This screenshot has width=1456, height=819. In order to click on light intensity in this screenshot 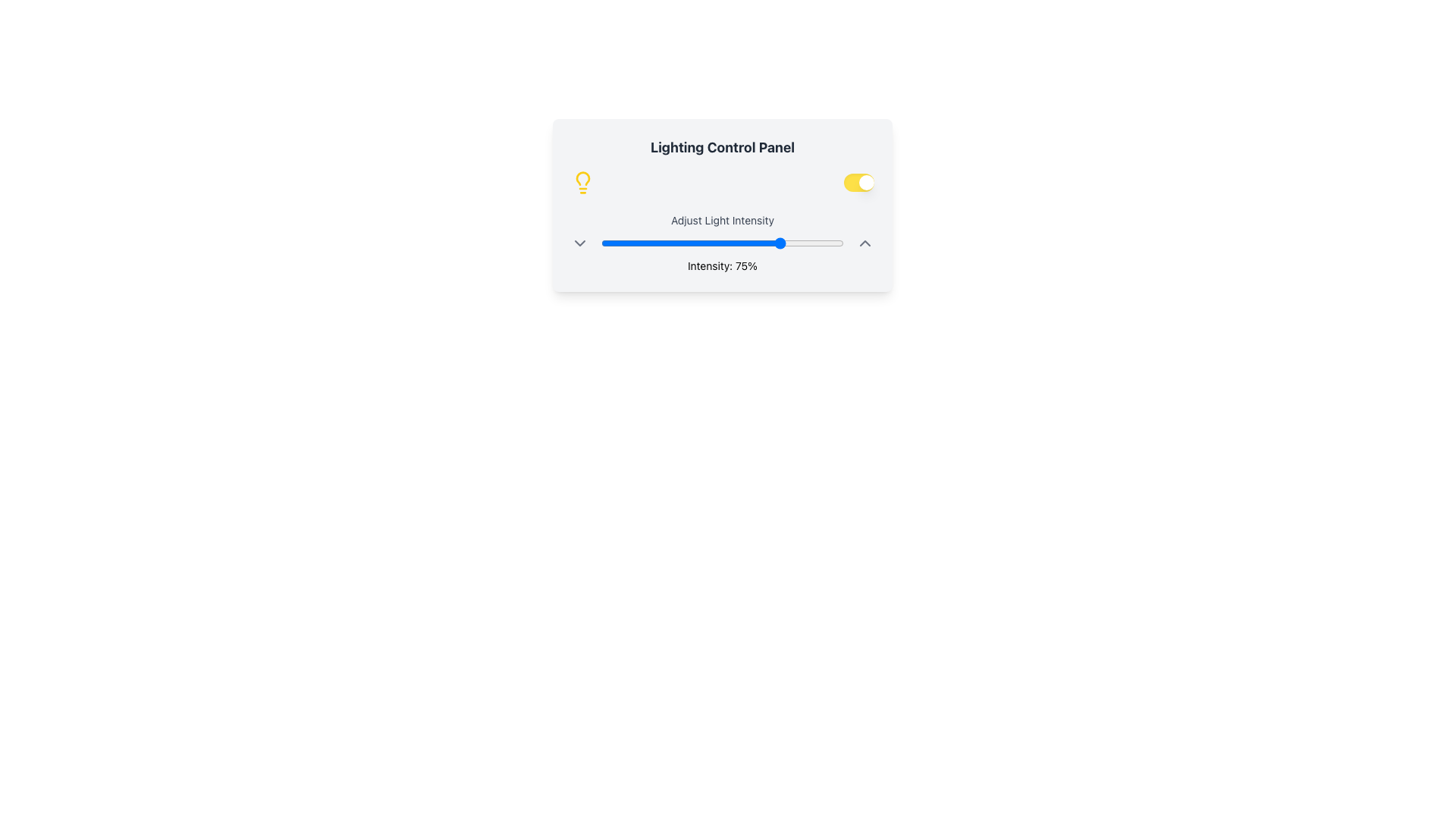, I will do `click(732, 242)`.